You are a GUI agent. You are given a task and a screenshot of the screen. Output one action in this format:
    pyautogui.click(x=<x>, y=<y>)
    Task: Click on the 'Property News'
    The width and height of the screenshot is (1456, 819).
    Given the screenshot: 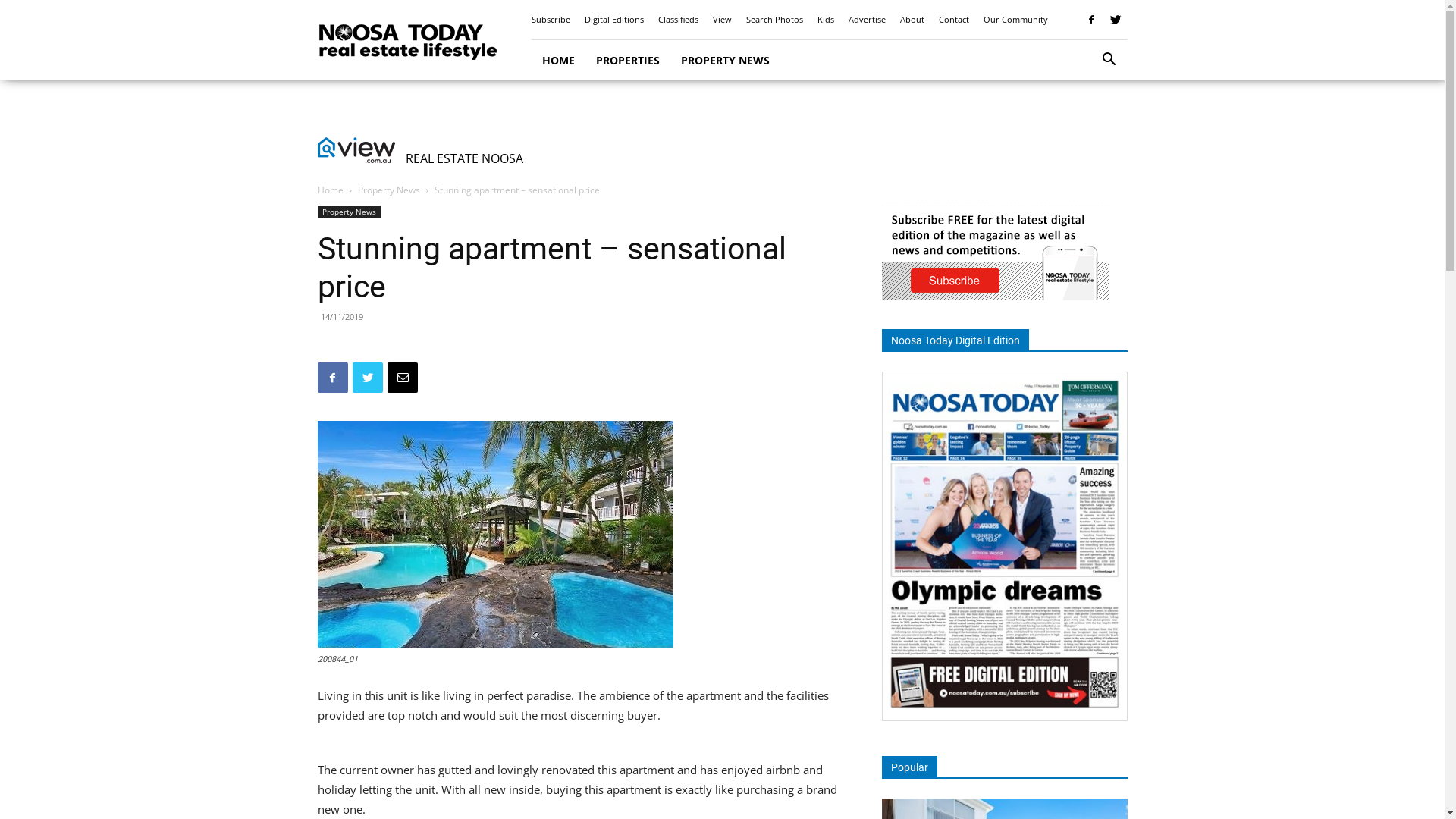 What is the action you would take?
    pyautogui.click(x=356, y=189)
    